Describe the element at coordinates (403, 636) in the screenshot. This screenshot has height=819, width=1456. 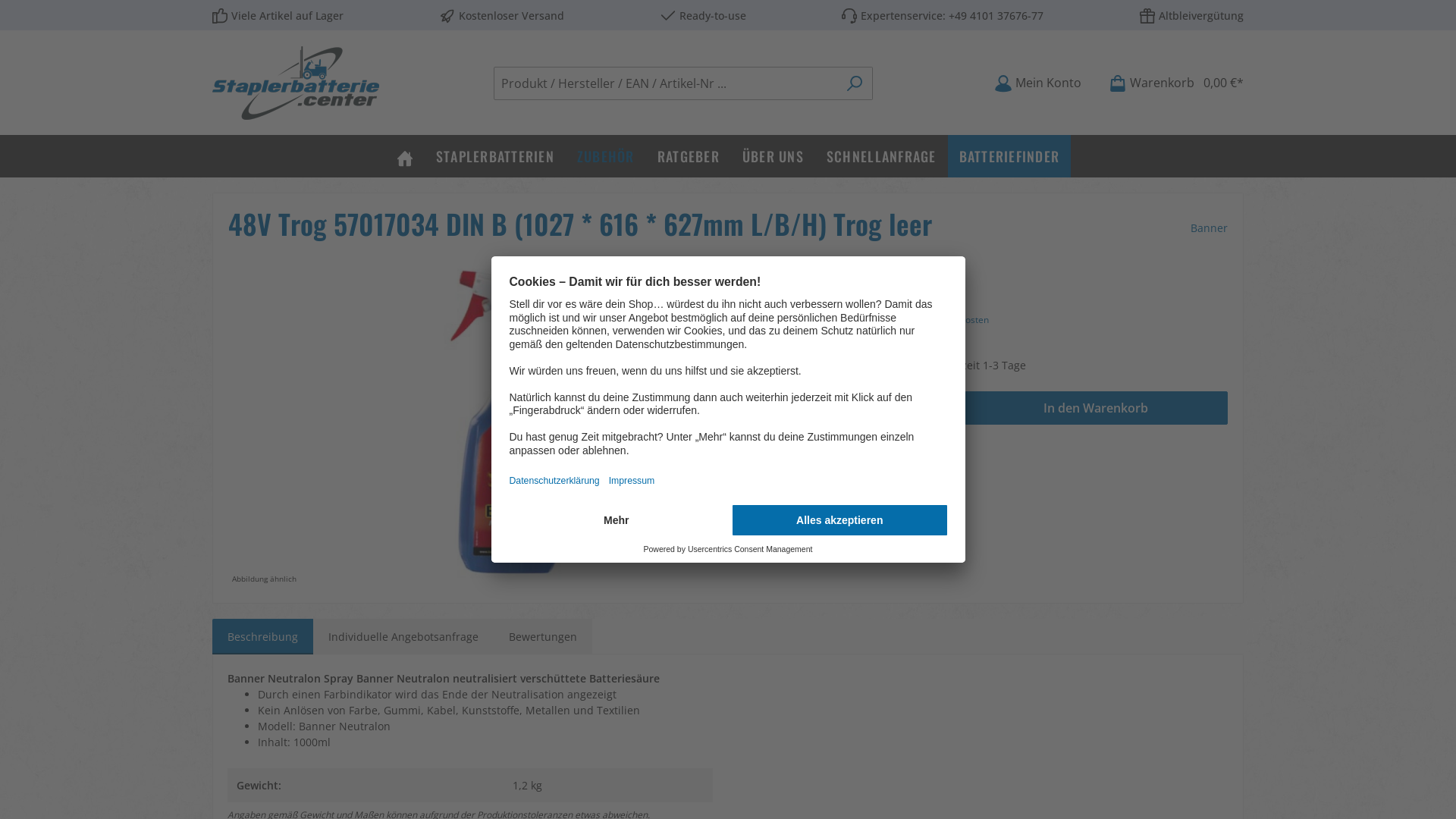
I see `'Individuelle Angebotsanfrage'` at that location.